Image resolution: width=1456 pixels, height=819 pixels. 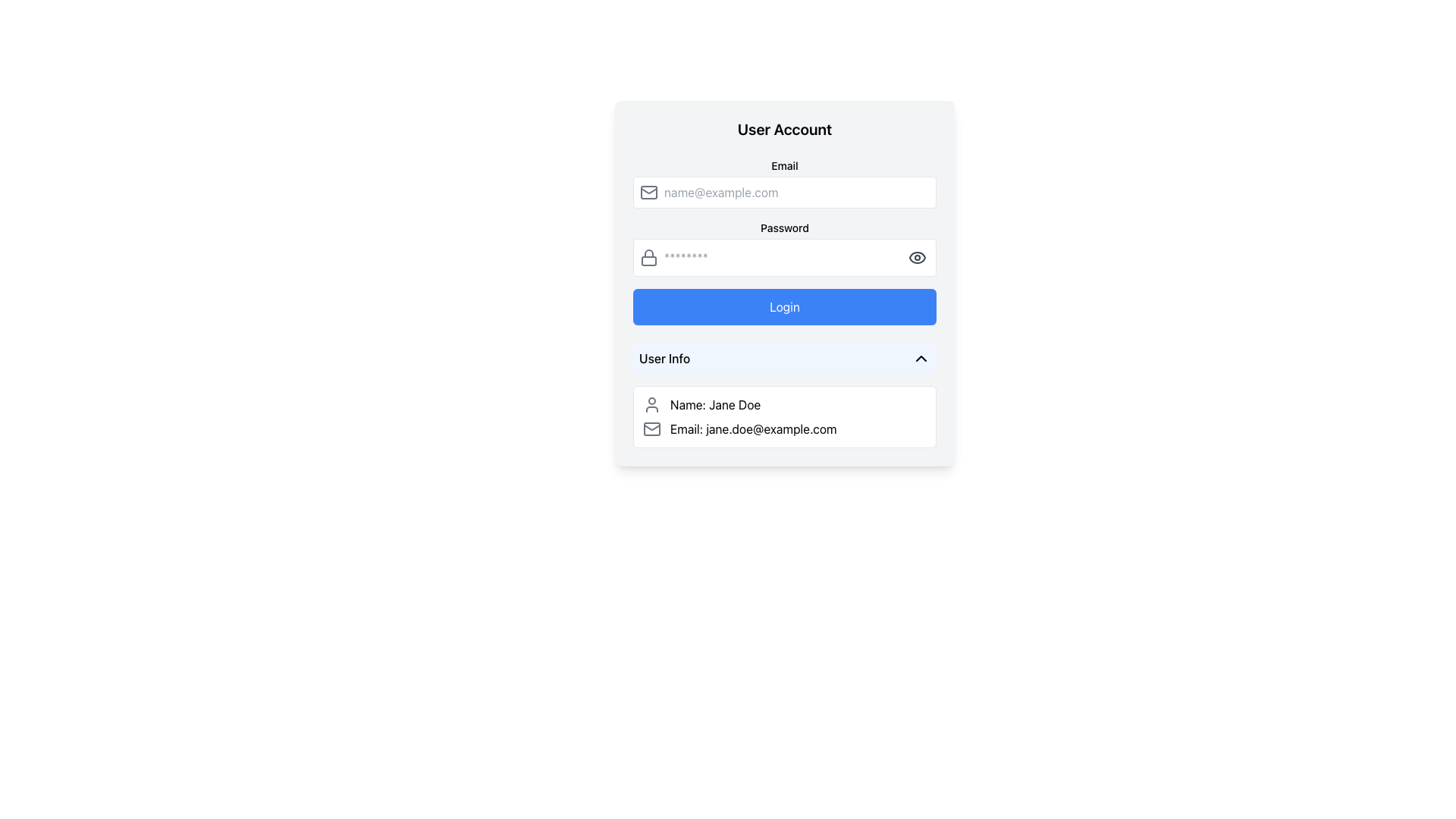 What do you see at coordinates (920, 359) in the screenshot?
I see `the upward-pointing chevron icon located to the right of the 'User Info' text` at bounding box center [920, 359].